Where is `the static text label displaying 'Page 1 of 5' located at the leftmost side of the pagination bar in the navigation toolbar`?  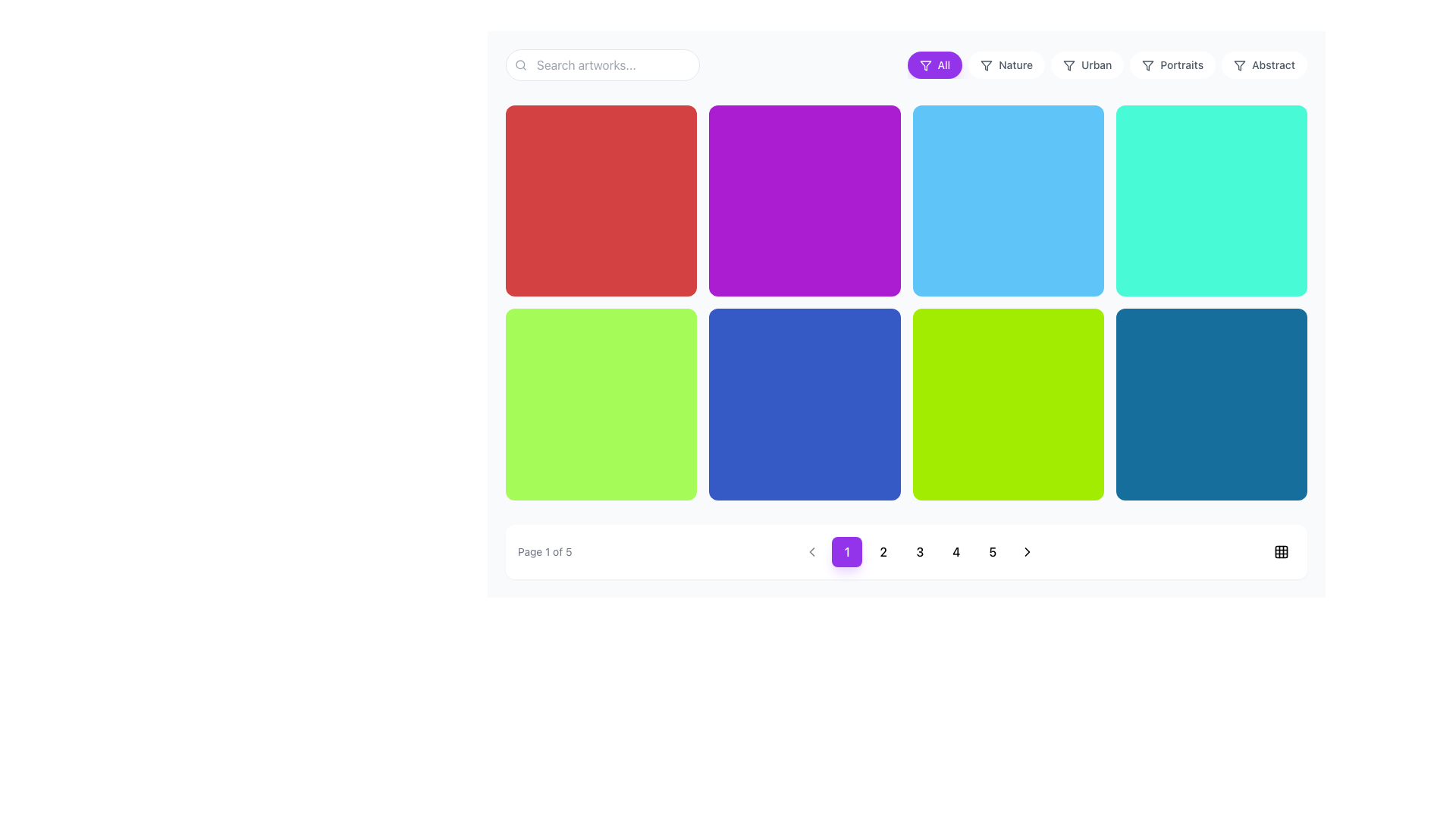 the static text label displaying 'Page 1 of 5' located at the leftmost side of the pagination bar in the navigation toolbar is located at coordinates (544, 551).